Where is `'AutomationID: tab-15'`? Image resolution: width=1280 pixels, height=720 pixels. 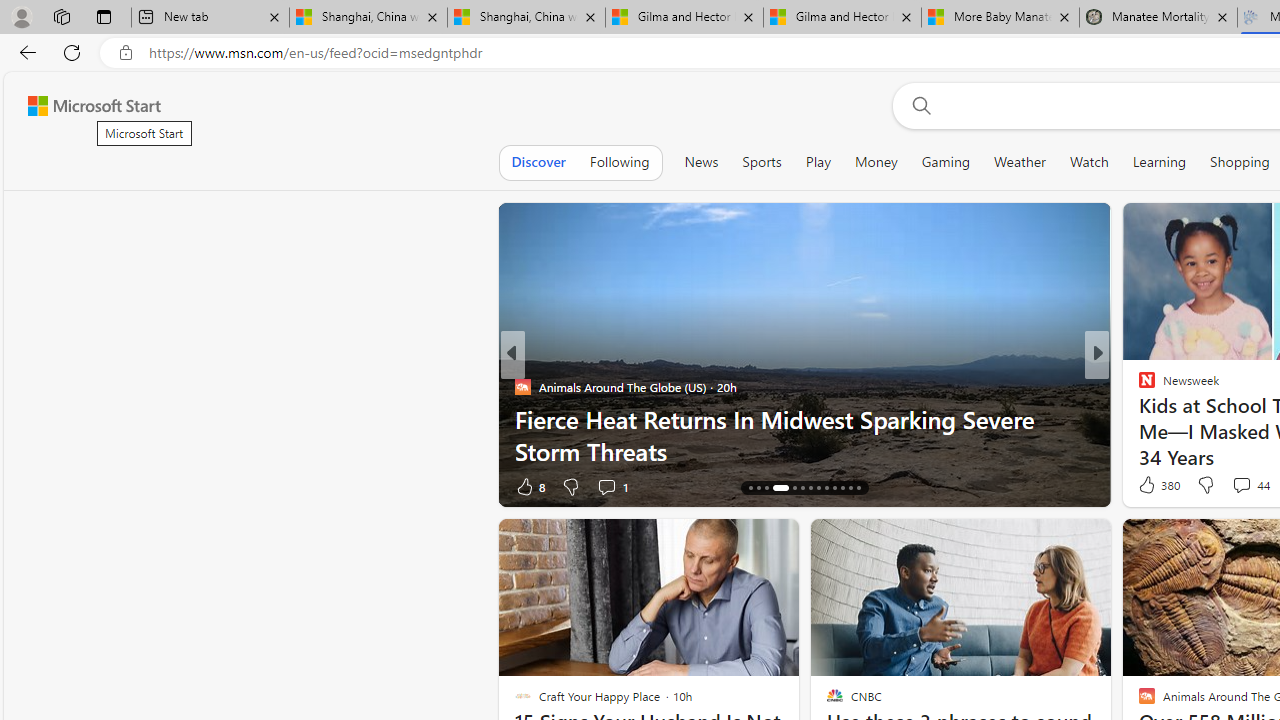
'AutomationID: tab-15' is located at coordinates (757, 488).